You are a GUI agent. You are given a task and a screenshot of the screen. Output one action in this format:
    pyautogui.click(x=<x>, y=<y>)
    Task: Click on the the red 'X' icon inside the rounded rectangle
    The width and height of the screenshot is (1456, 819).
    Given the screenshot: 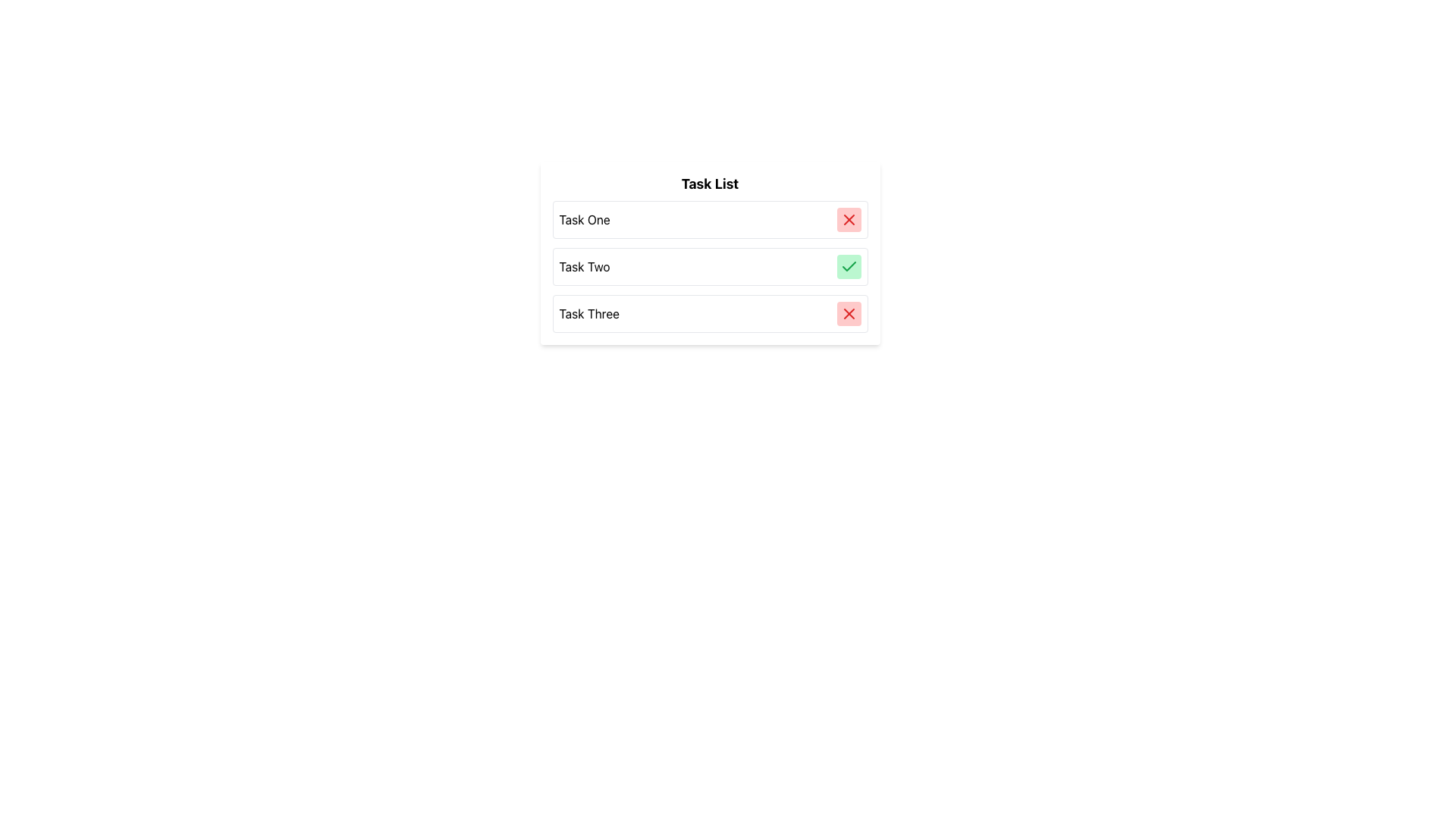 What is the action you would take?
    pyautogui.click(x=848, y=312)
    